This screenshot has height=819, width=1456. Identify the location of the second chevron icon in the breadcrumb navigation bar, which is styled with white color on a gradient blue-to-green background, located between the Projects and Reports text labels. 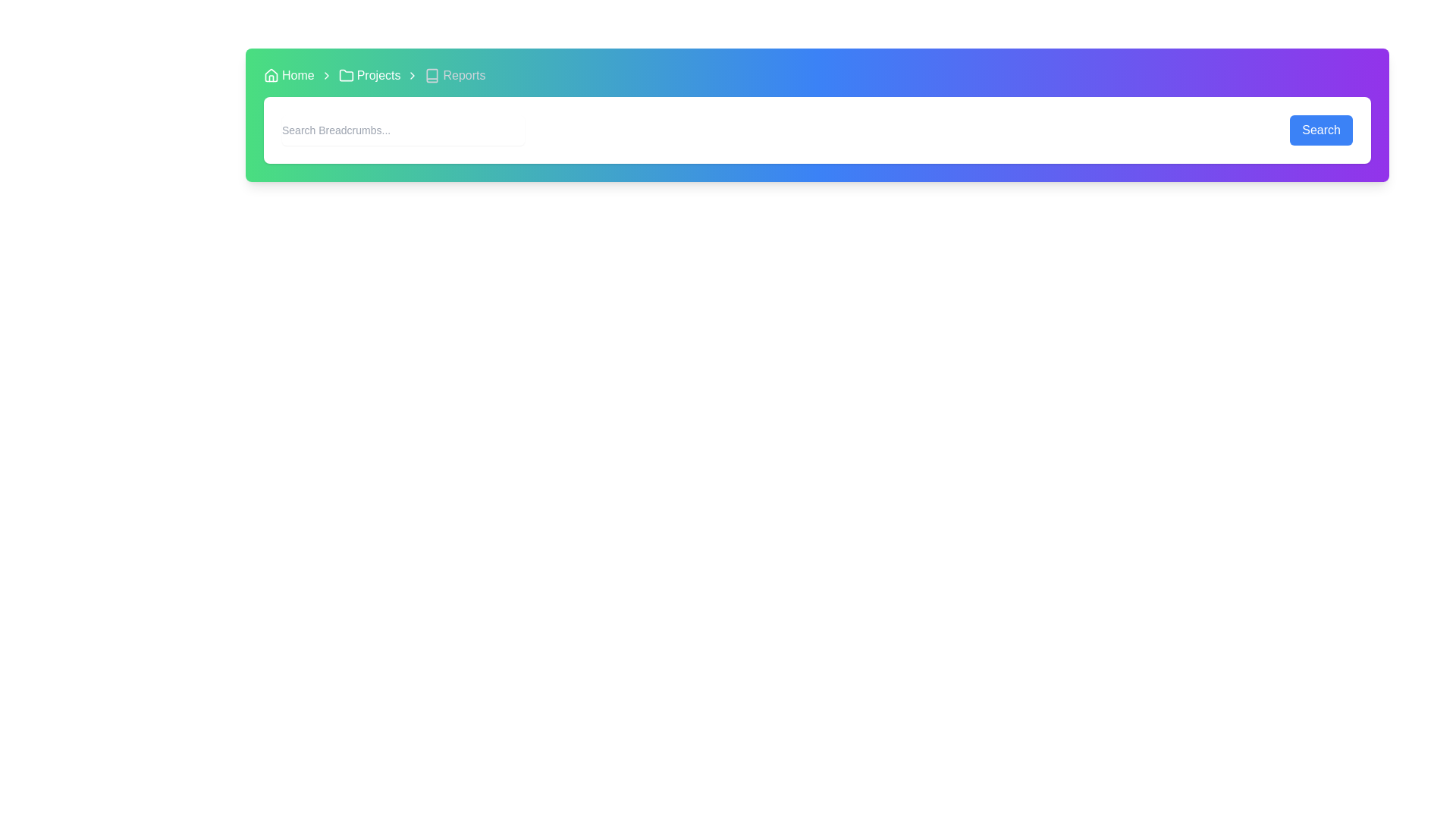
(413, 76).